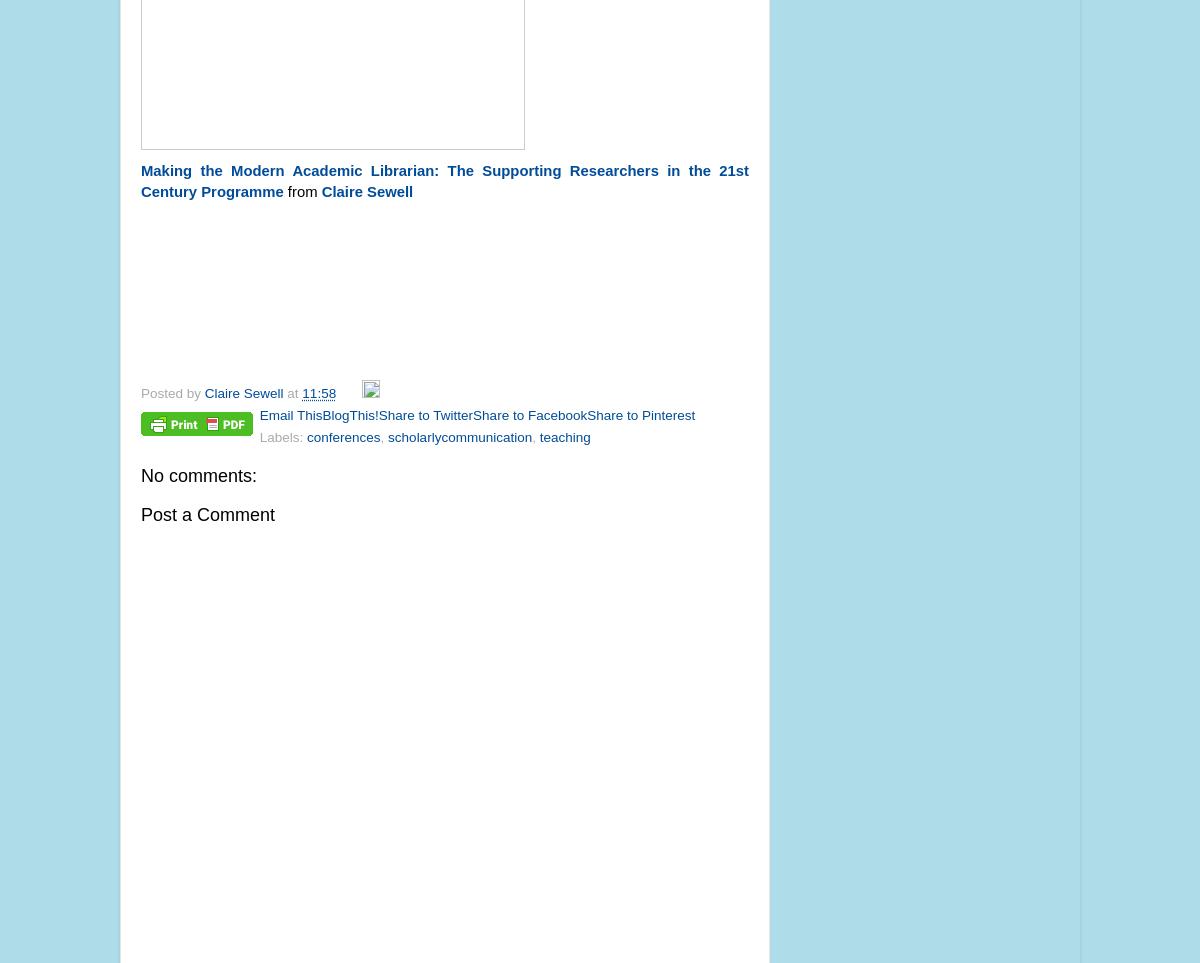 Image resolution: width=1200 pixels, height=963 pixels. Describe the element at coordinates (529, 414) in the screenshot. I see `'Share to Facebook'` at that location.